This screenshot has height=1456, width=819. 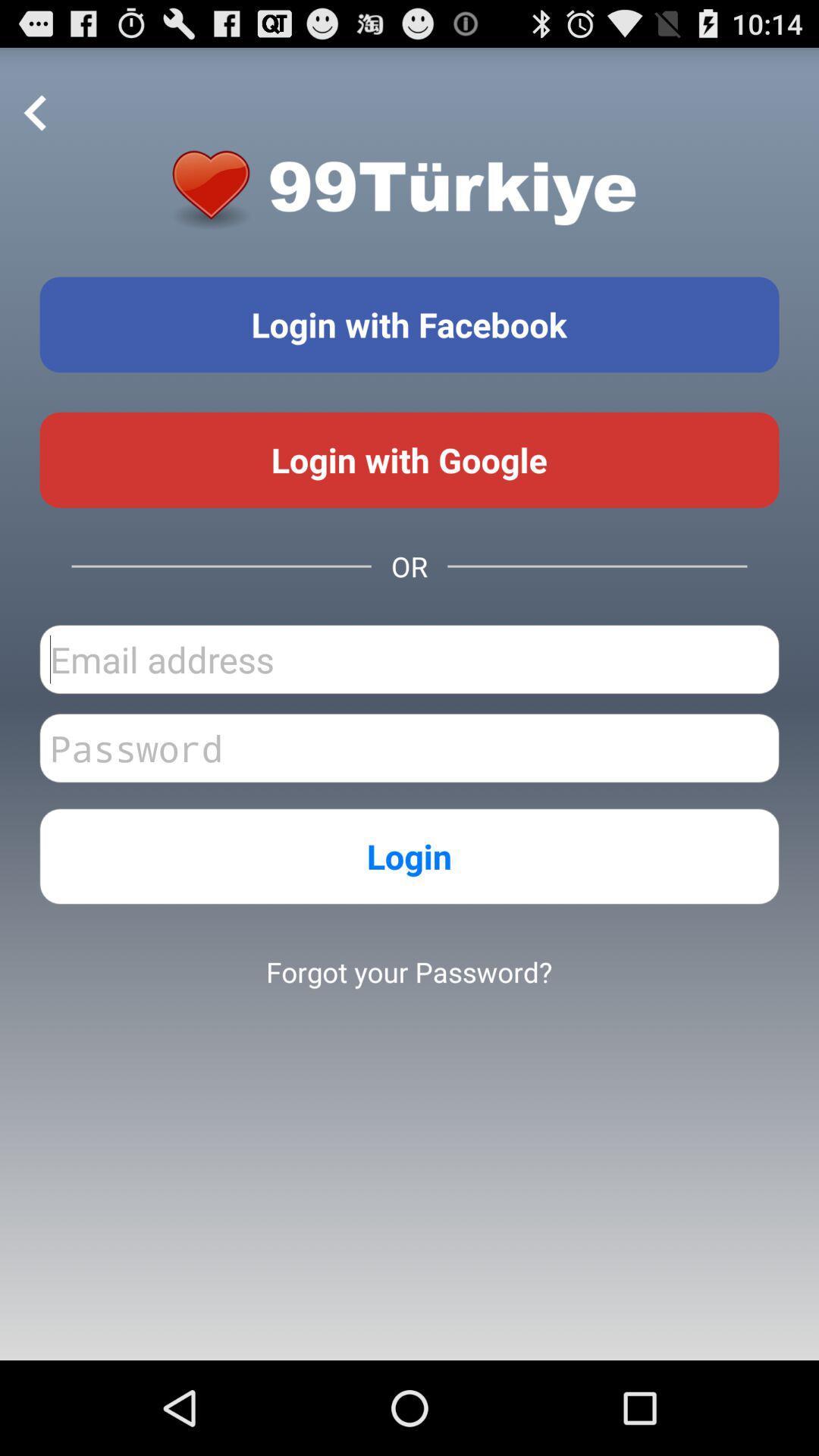 What do you see at coordinates (409, 459) in the screenshot?
I see `login with google` at bounding box center [409, 459].